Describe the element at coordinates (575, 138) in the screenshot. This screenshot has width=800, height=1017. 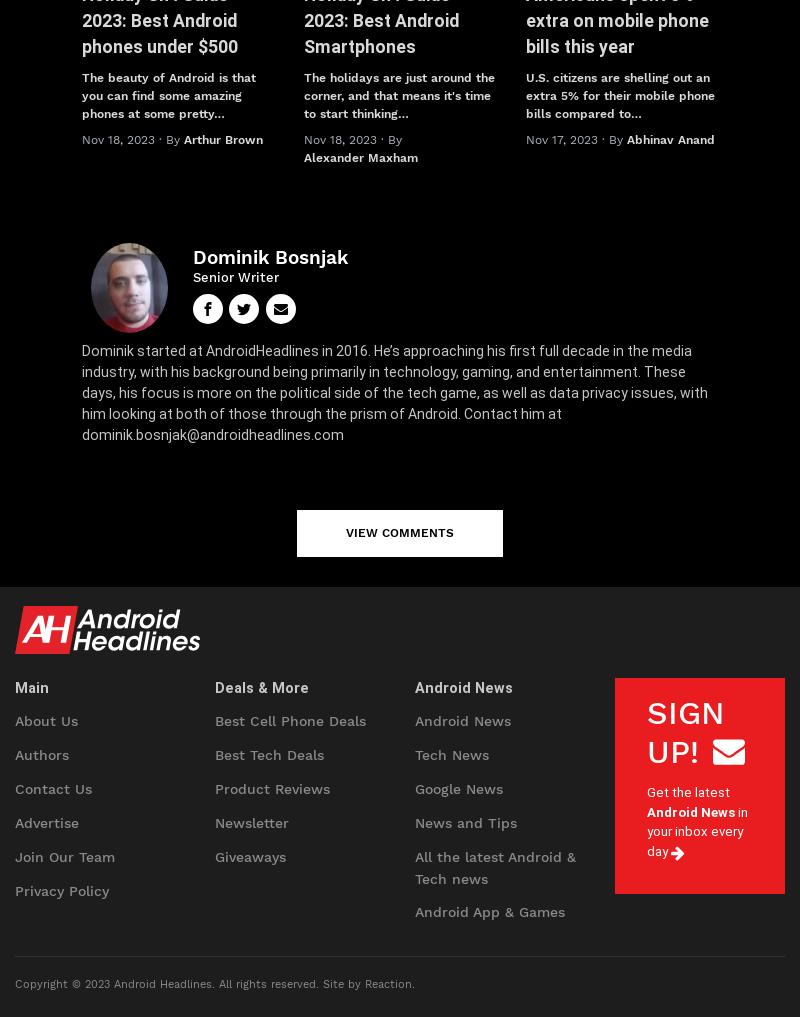
I see `'Nov 17, 2023 ·
By'` at that location.